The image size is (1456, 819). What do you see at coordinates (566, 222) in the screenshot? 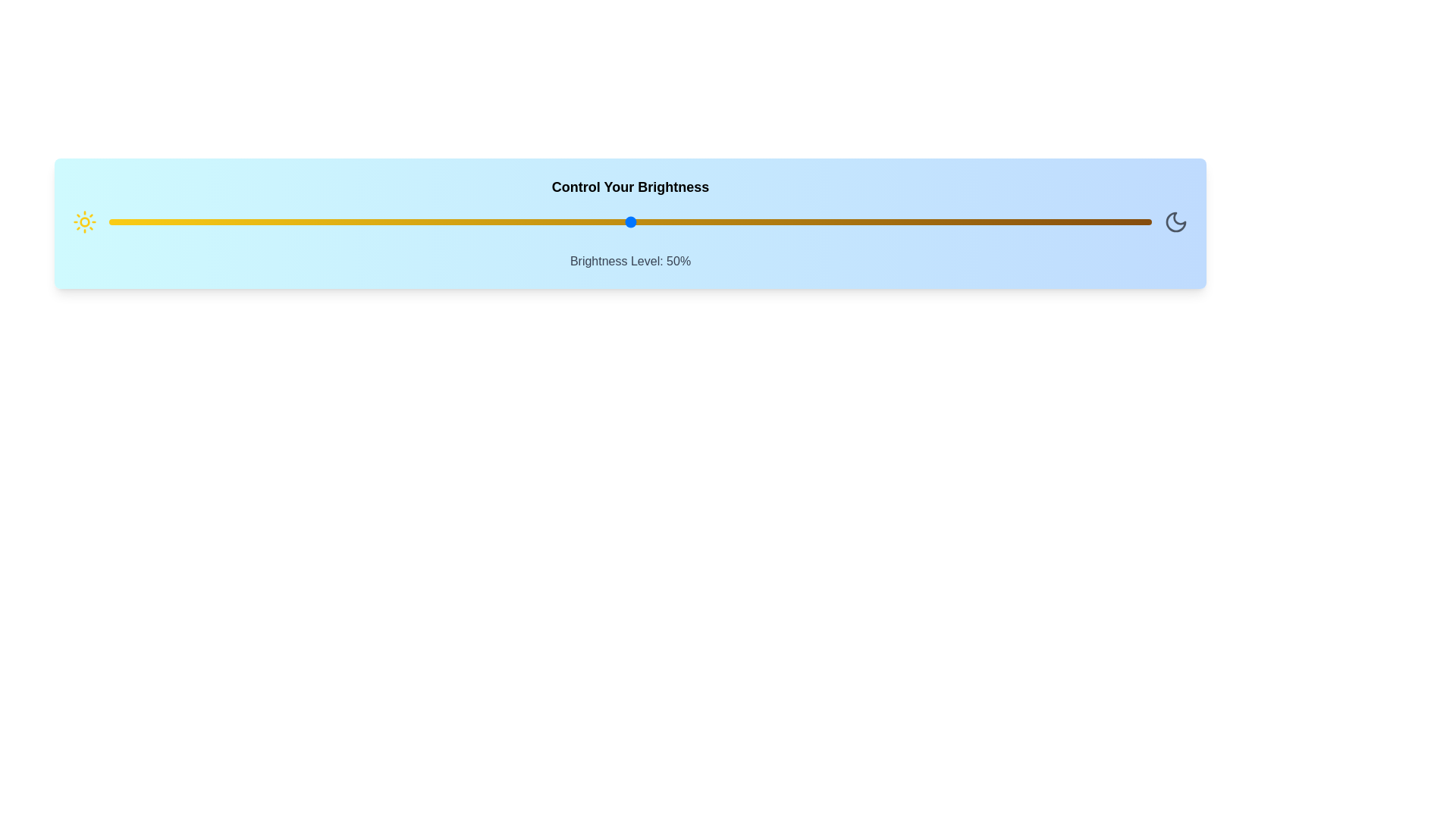
I see `the brightness to 44% using the slider` at bounding box center [566, 222].